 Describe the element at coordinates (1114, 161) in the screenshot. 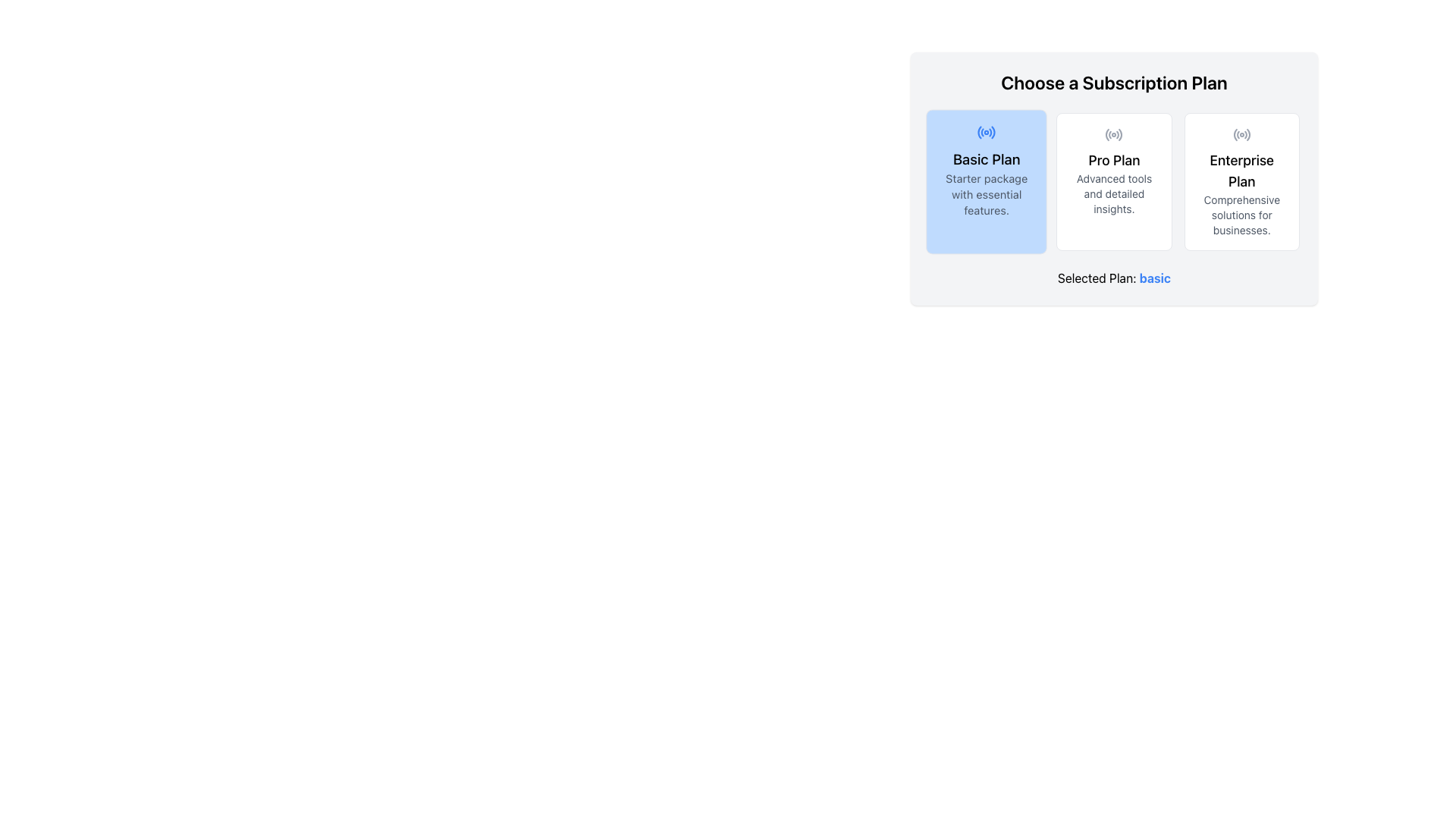

I see `the text element displaying 'Pro Plan', which is prominently styled in bold black font and located at the top-center of its card` at that location.